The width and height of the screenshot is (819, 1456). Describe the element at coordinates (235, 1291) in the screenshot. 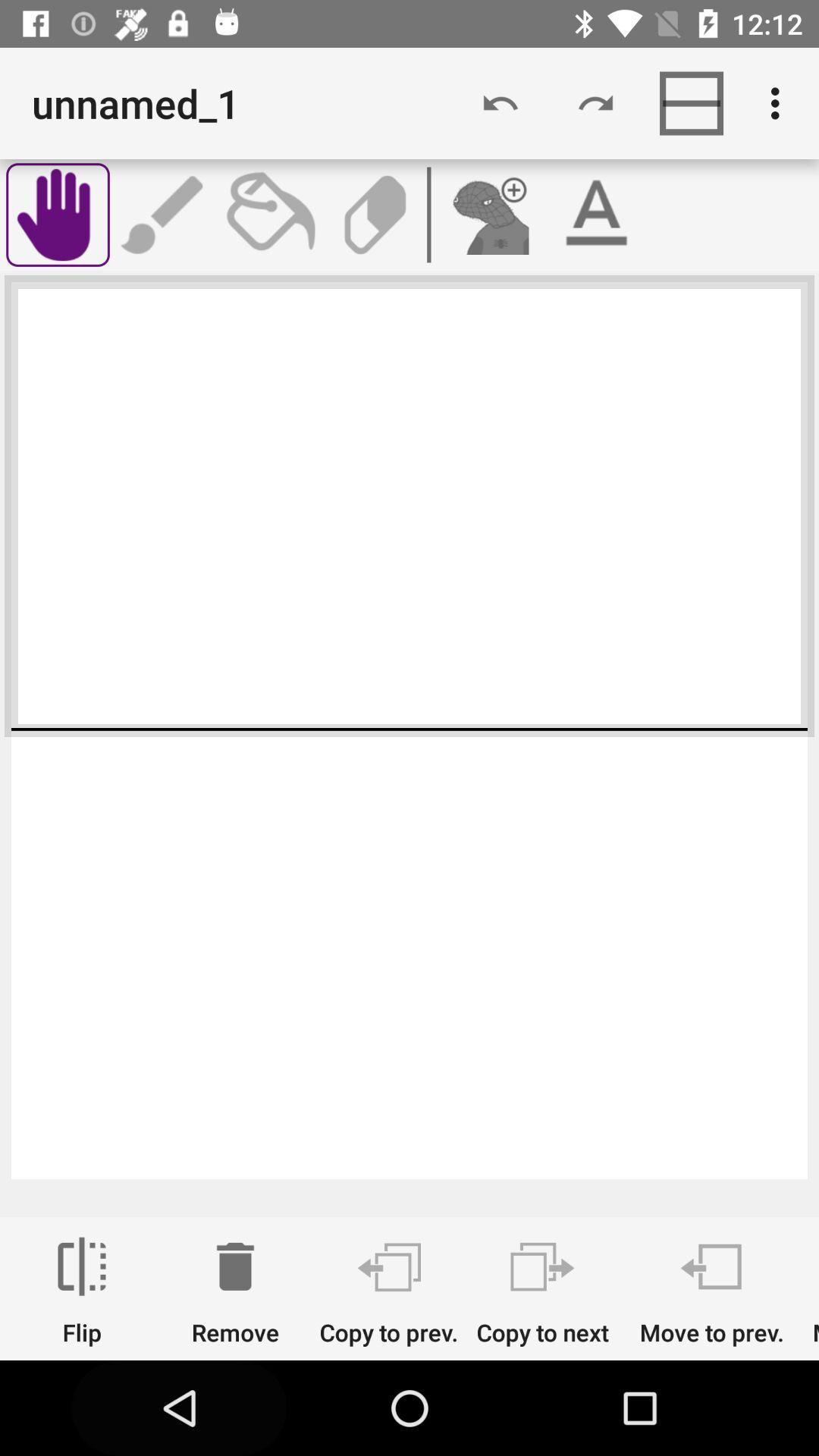

I see `the item next to flip item` at that location.